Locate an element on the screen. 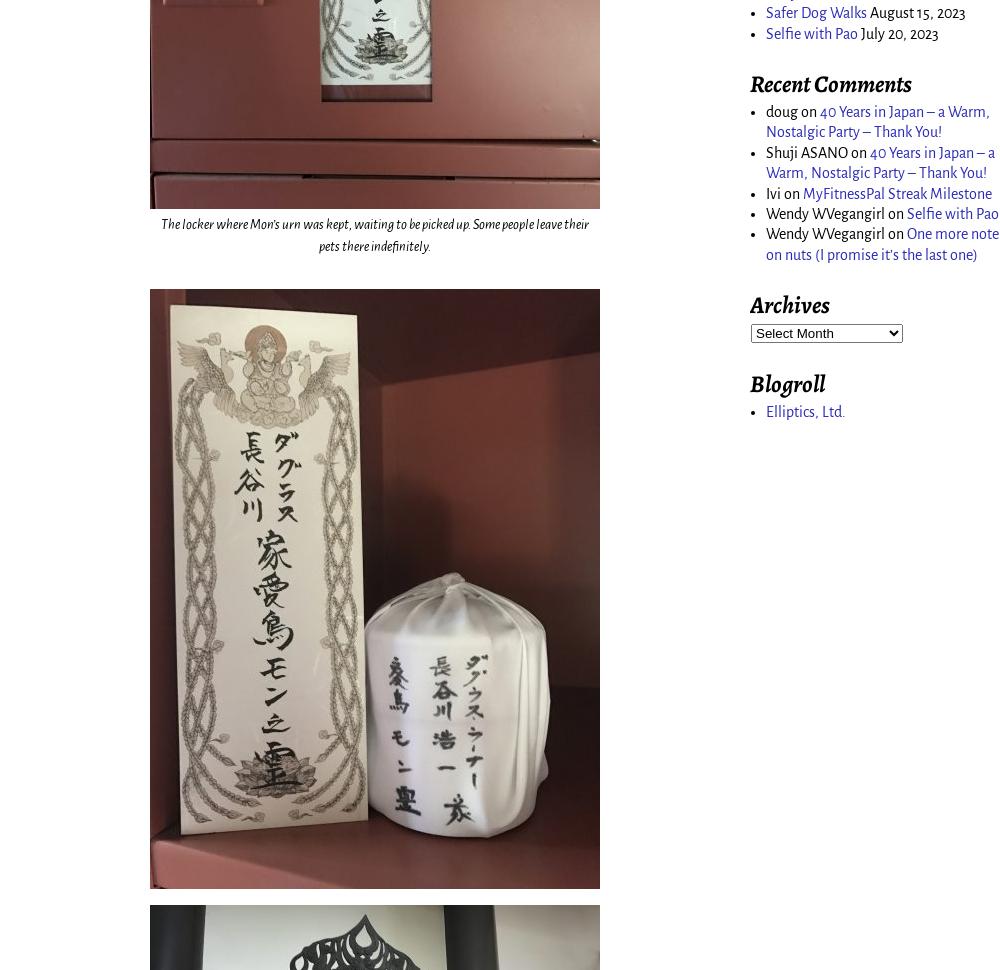 This screenshot has height=970, width=1000. 'doug' is located at coordinates (782, 112).